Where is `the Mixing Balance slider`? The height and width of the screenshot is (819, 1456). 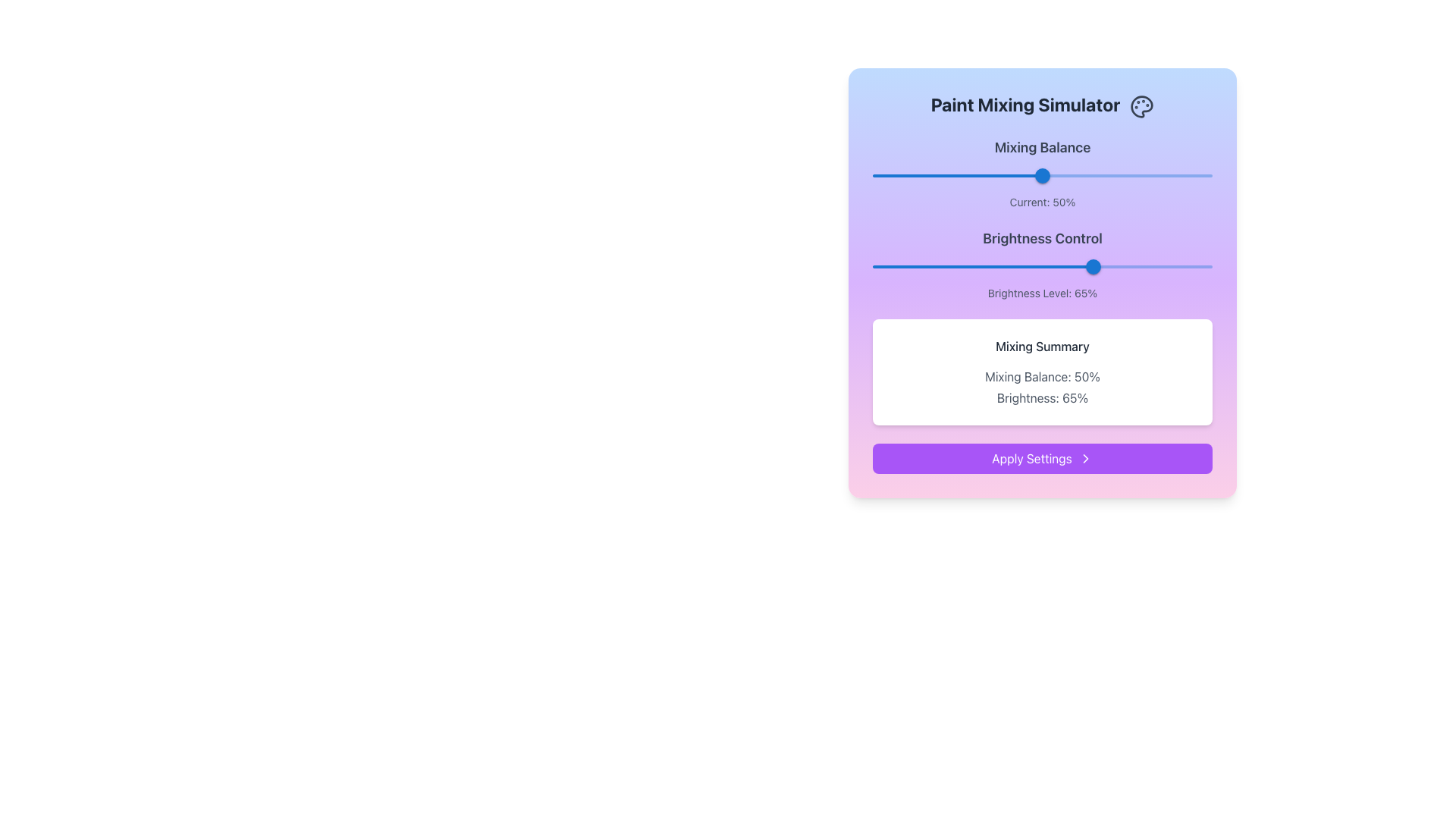 the Mixing Balance slider is located at coordinates (953, 174).